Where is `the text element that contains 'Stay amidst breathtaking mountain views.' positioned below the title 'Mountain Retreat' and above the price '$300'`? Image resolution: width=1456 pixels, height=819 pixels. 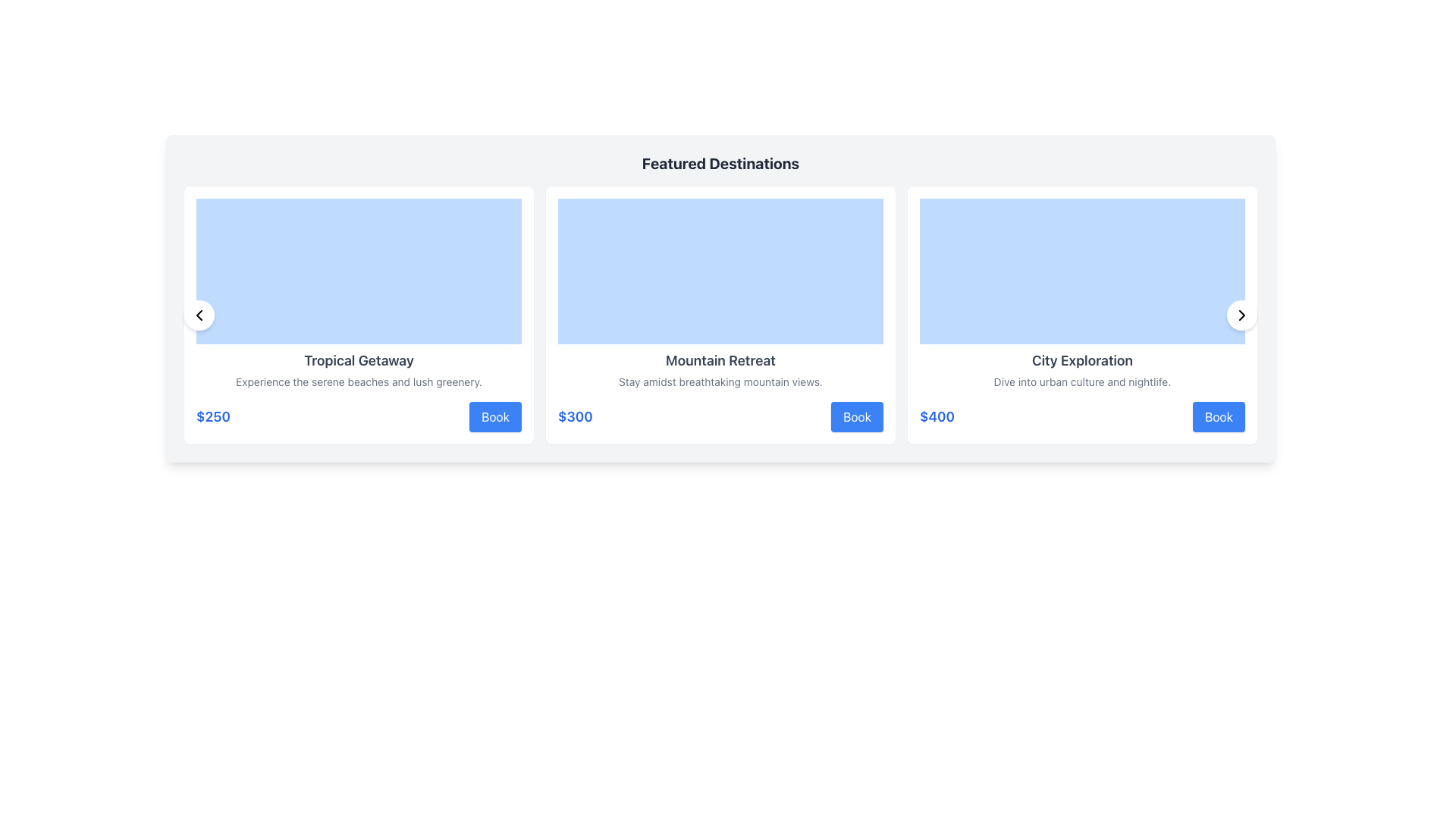
the text element that contains 'Stay amidst breathtaking mountain views.' positioned below the title 'Mountain Retreat' and above the price '$300' is located at coordinates (720, 381).